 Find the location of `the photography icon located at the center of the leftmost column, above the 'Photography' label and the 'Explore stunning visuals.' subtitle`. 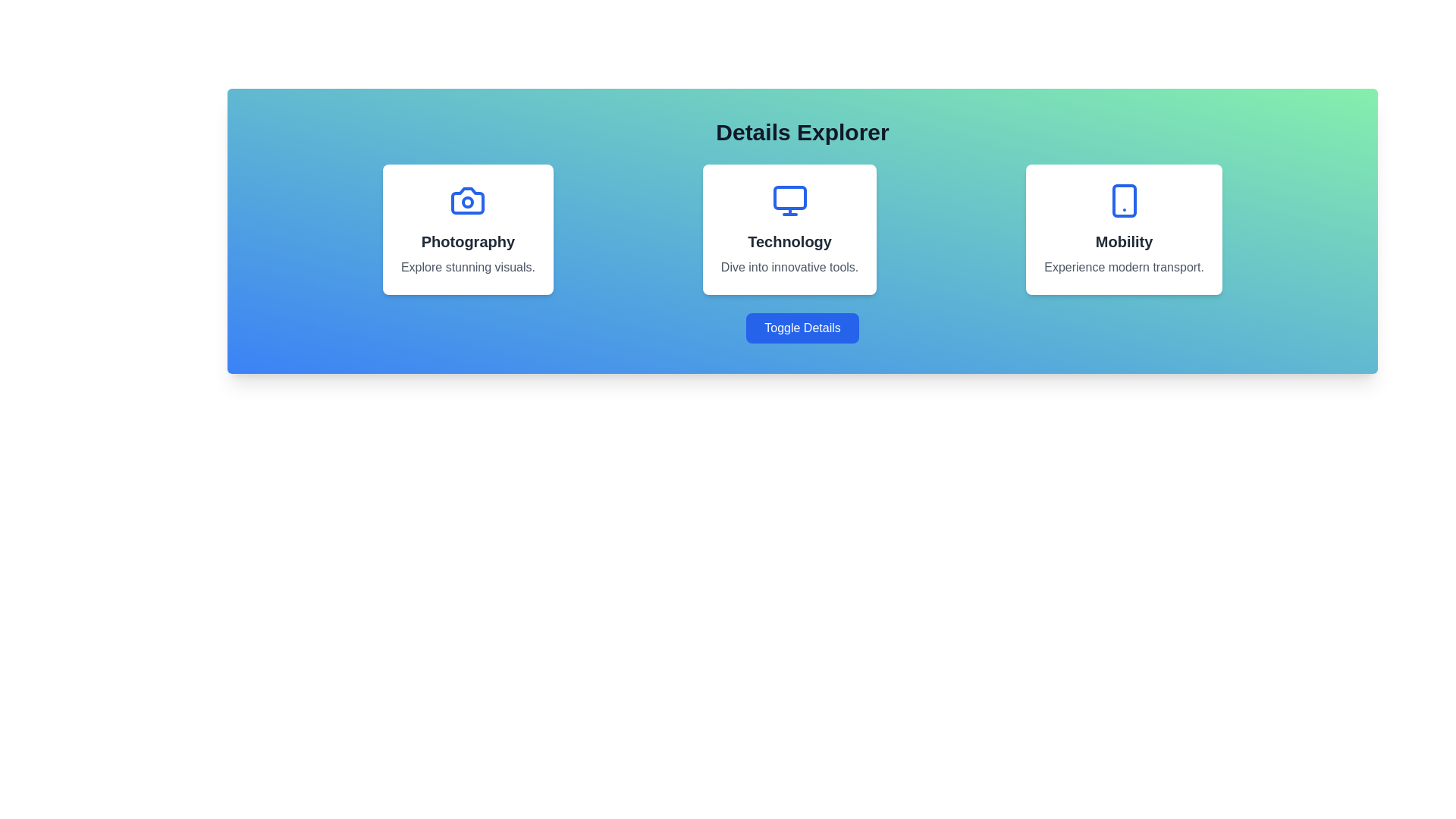

the photography icon located at the center of the leftmost column, above the 'Photography' label and the 'Explore stunning visuals.' subtitle is located at coordinates (467, 200).